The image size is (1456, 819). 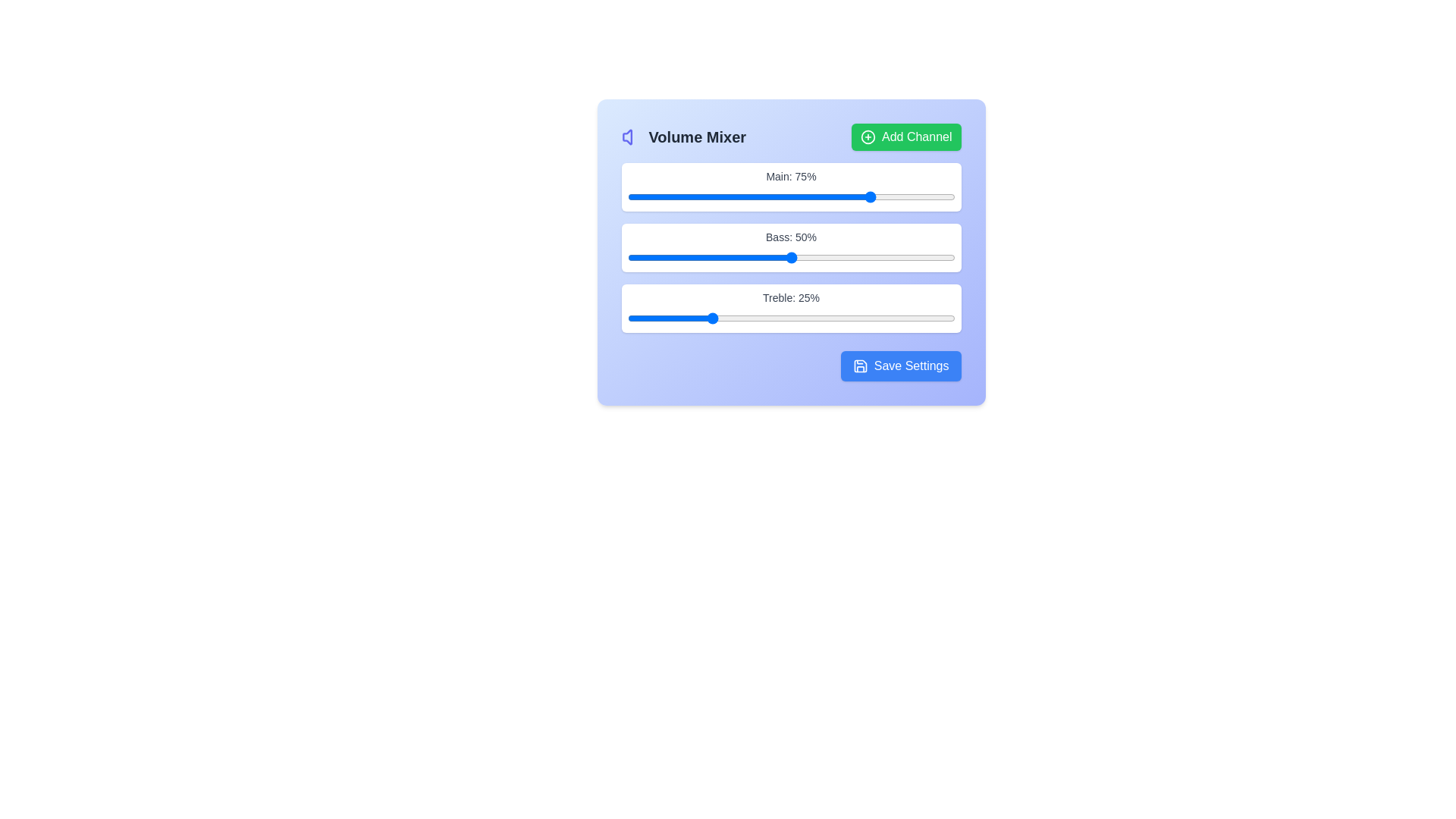 I want to click on bass level, so click(x=934, y=256).